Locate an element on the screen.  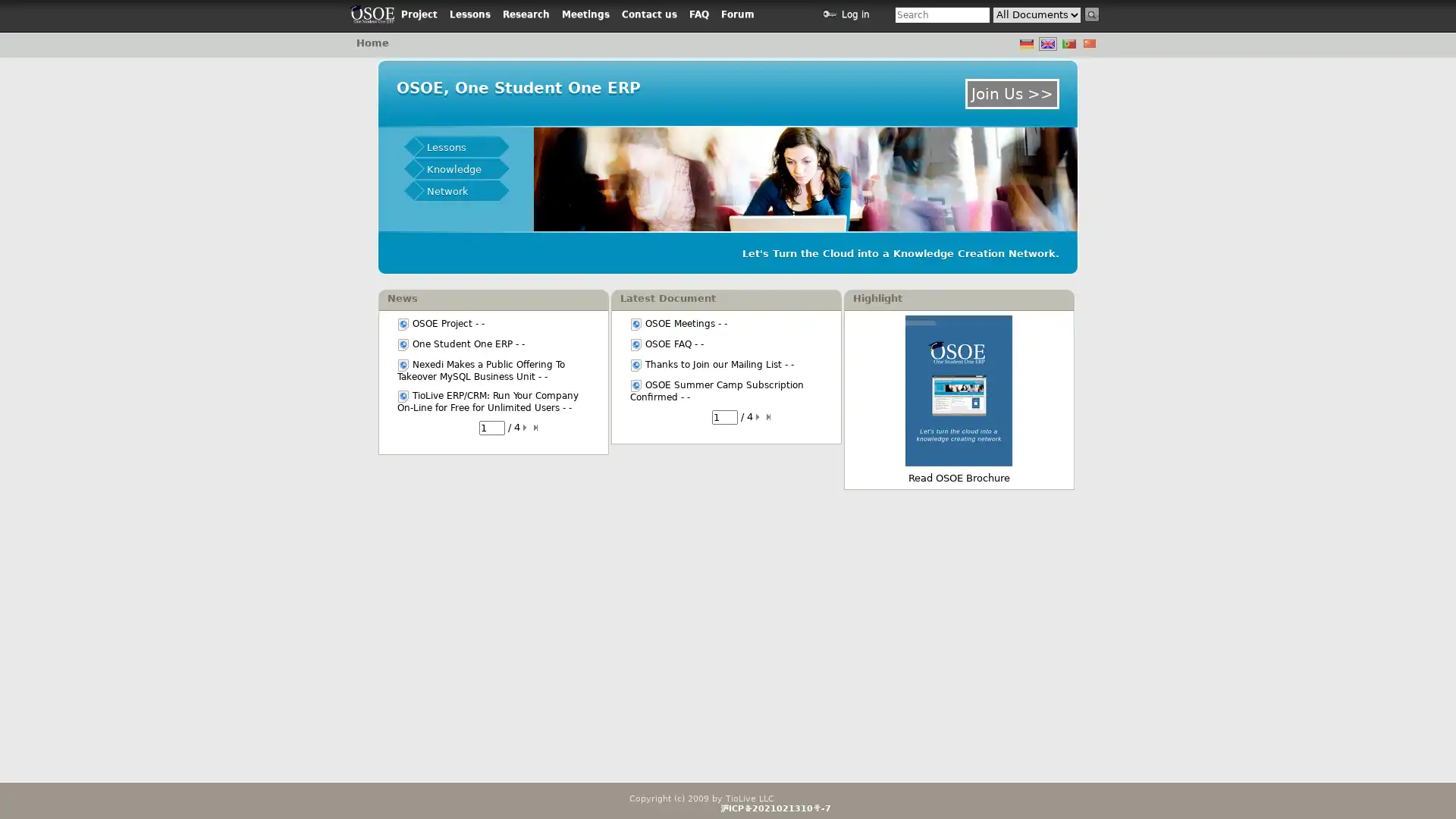
Last Page is located at coordinates (538, 427).